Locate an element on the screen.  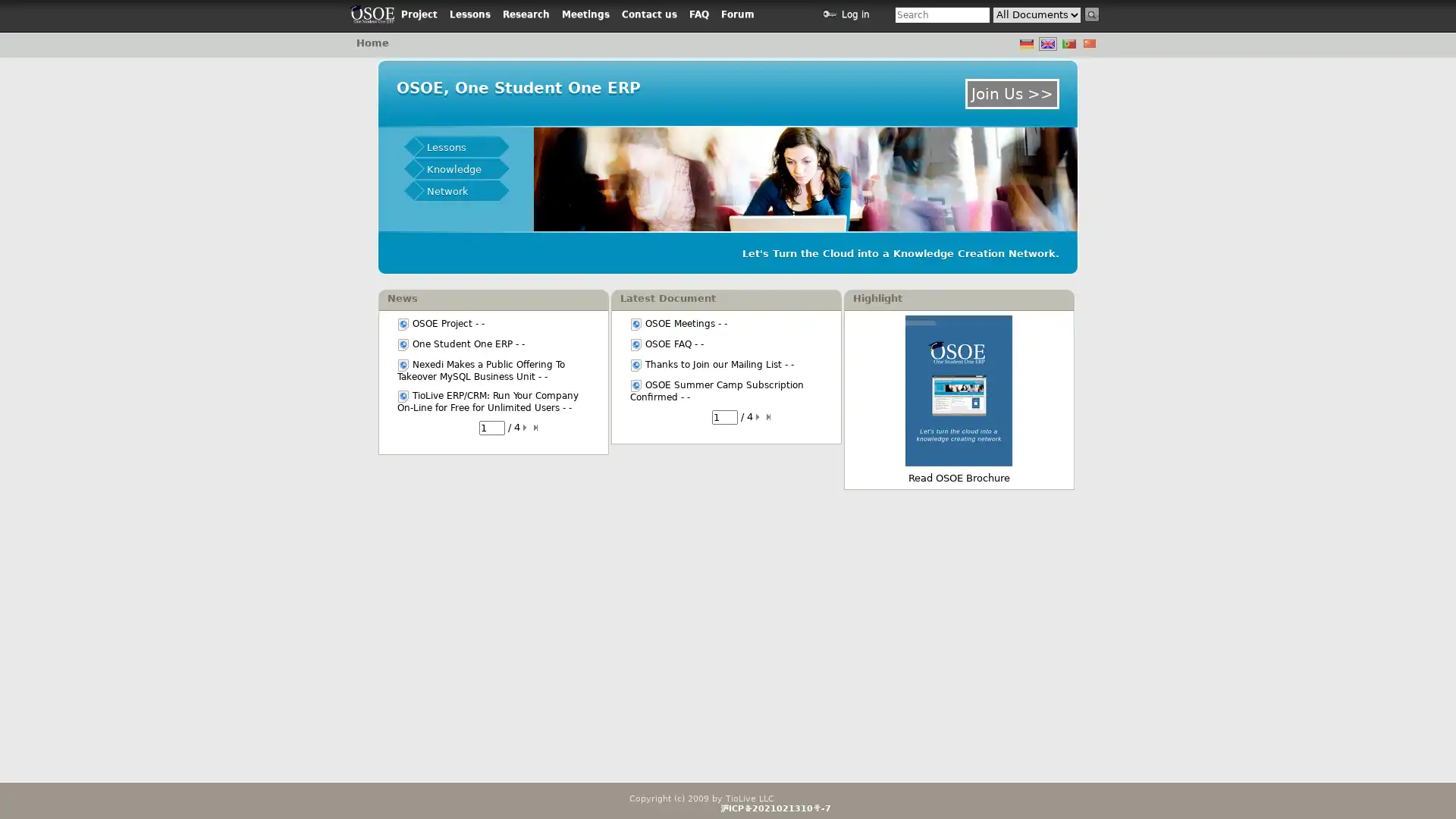
Last Page is located at coordinates (538, 427).